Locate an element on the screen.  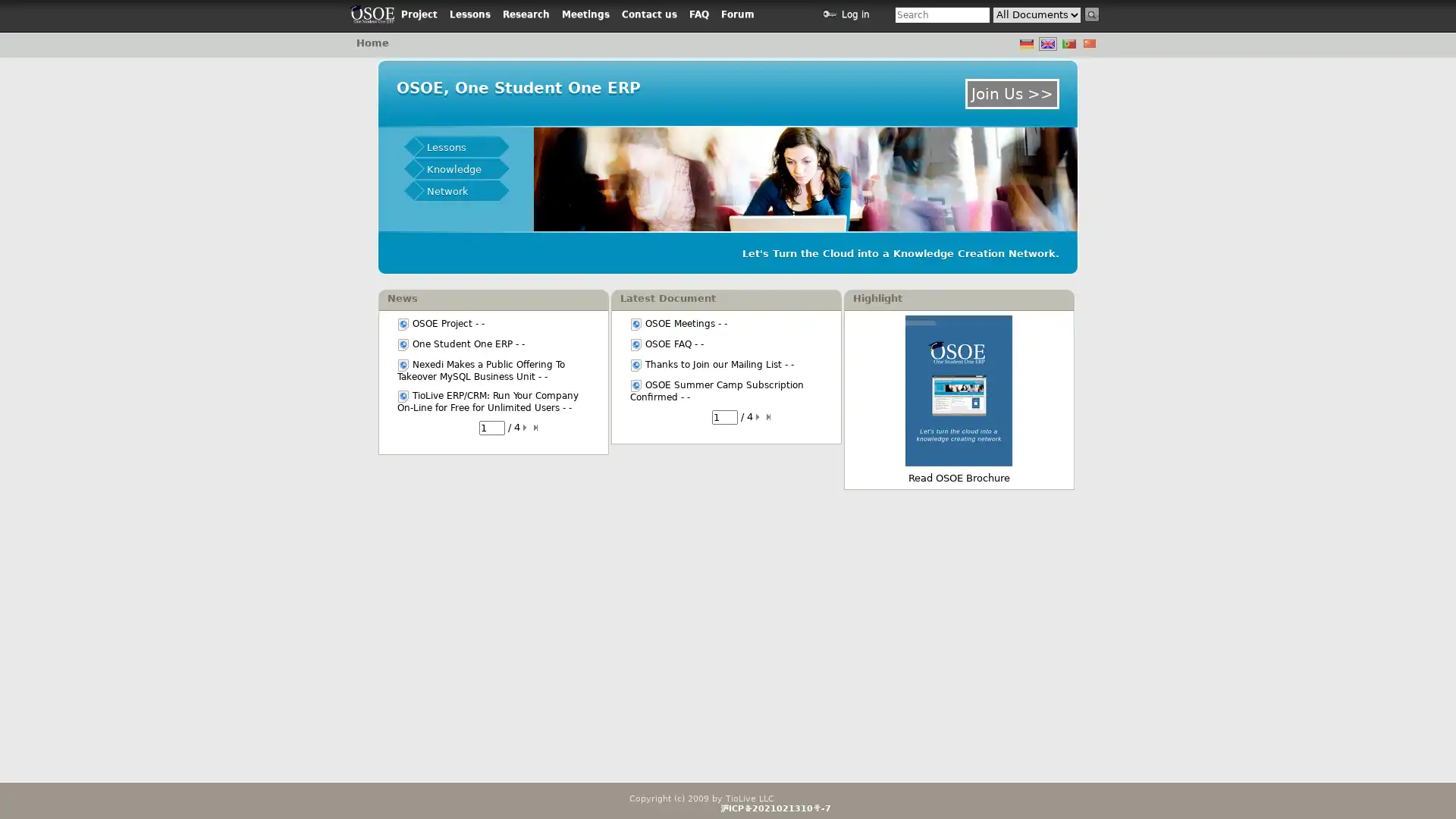
Last Page is located at coordinates (538, 427).